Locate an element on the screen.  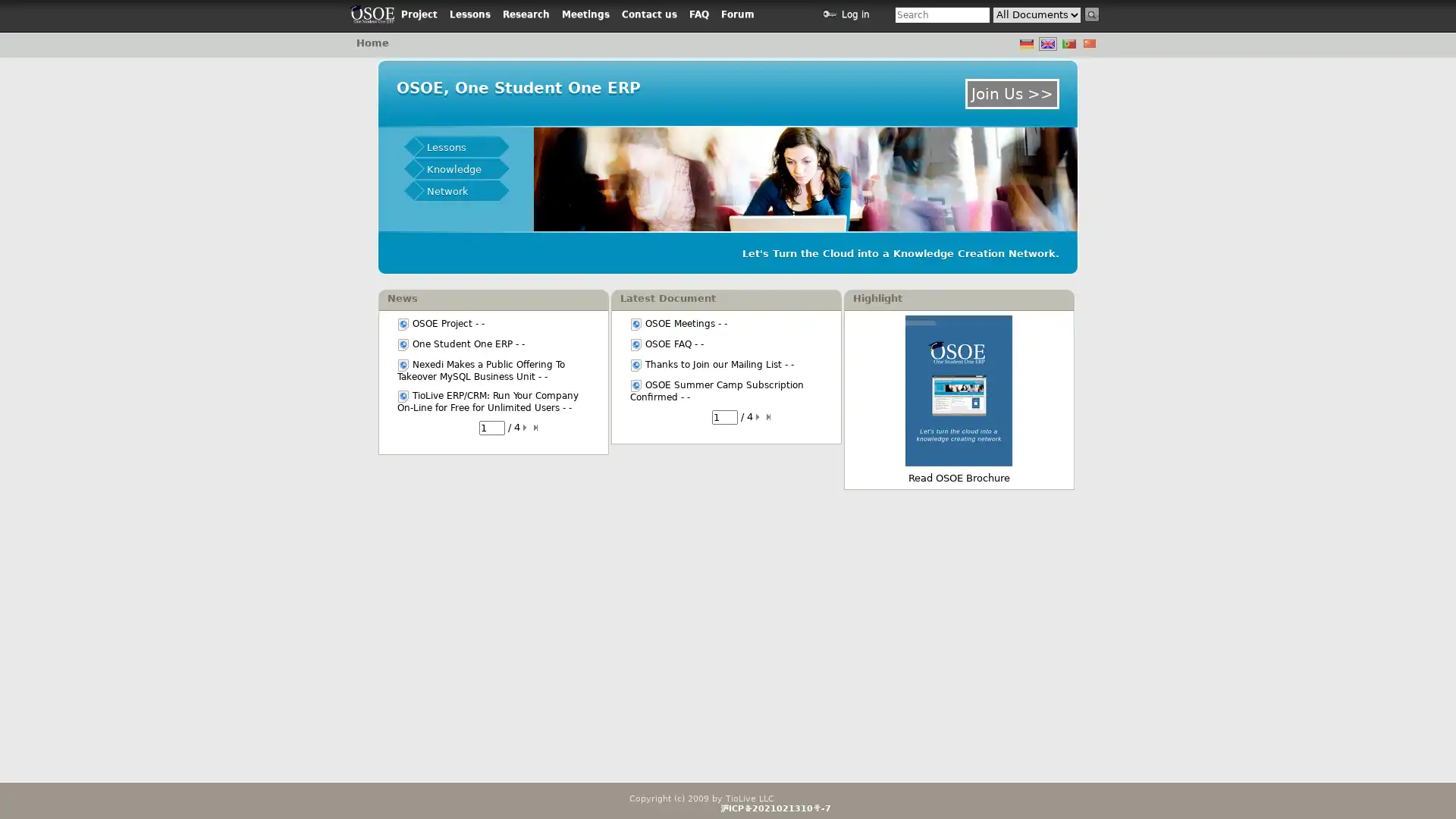
Last Page is located at coordinates (538, 427).